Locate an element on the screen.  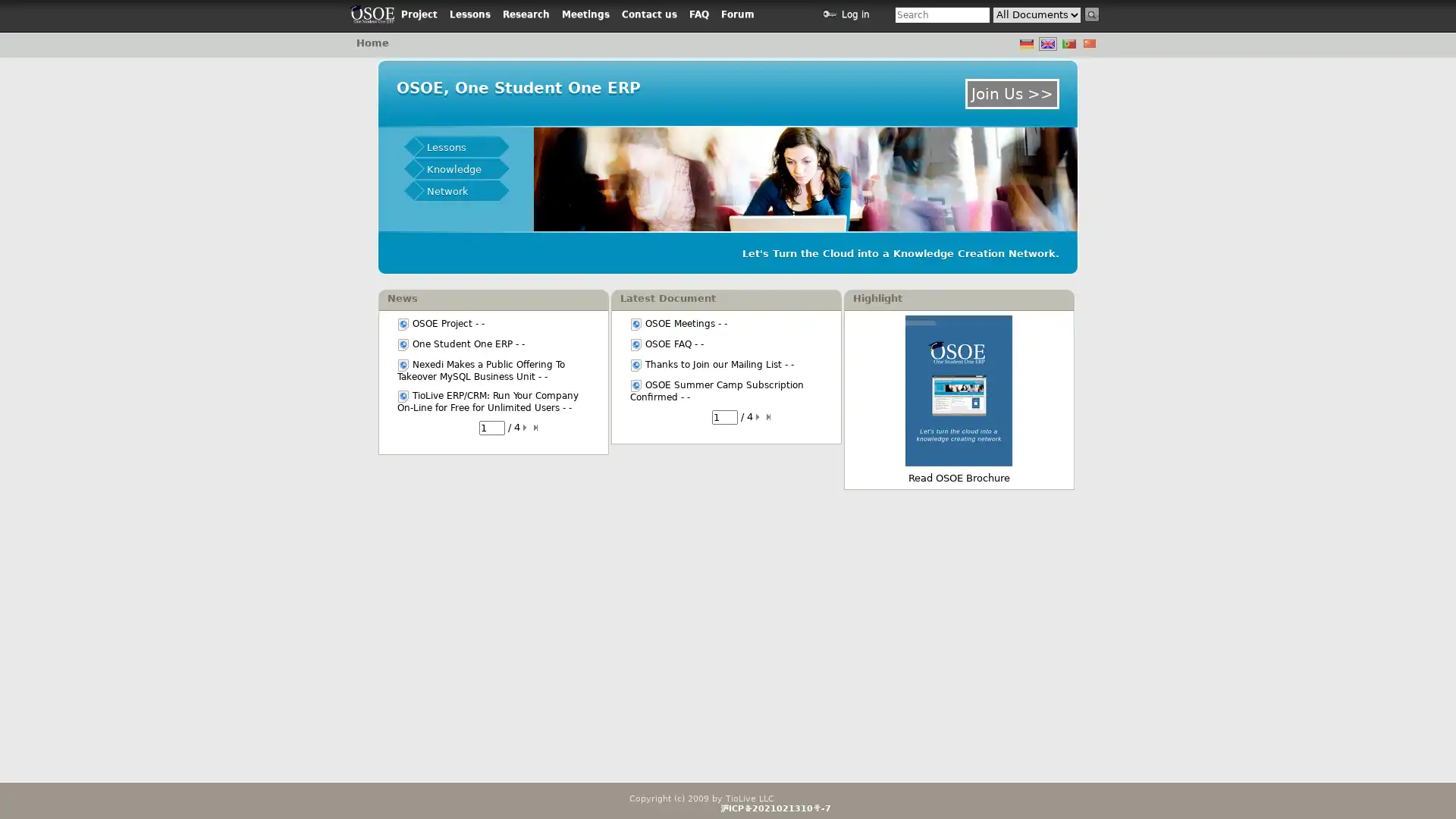
Last Page is located at coordinates (538, 427).